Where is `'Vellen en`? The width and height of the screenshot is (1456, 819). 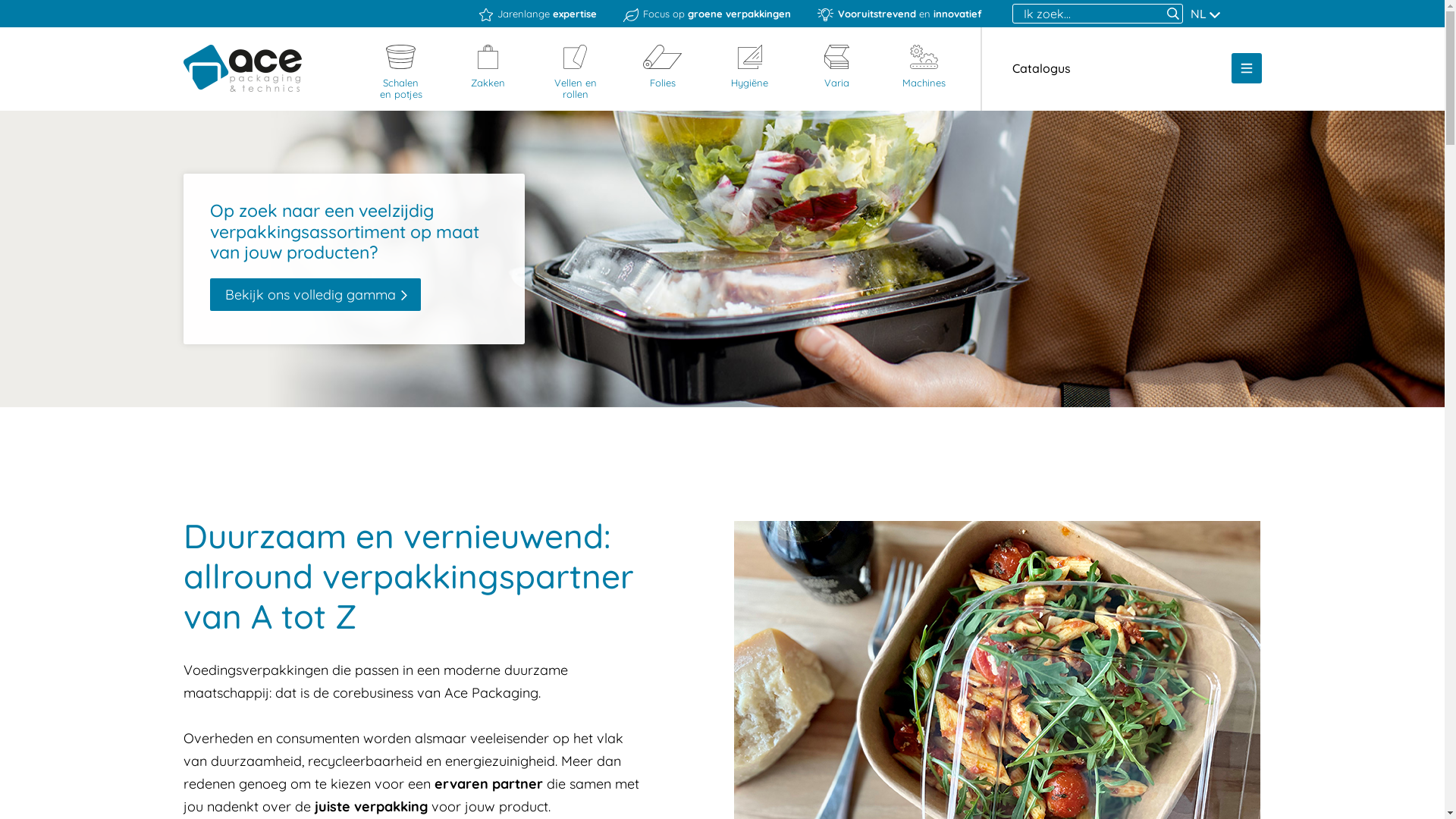
'Vellen en is located at coordinates (574, 73).